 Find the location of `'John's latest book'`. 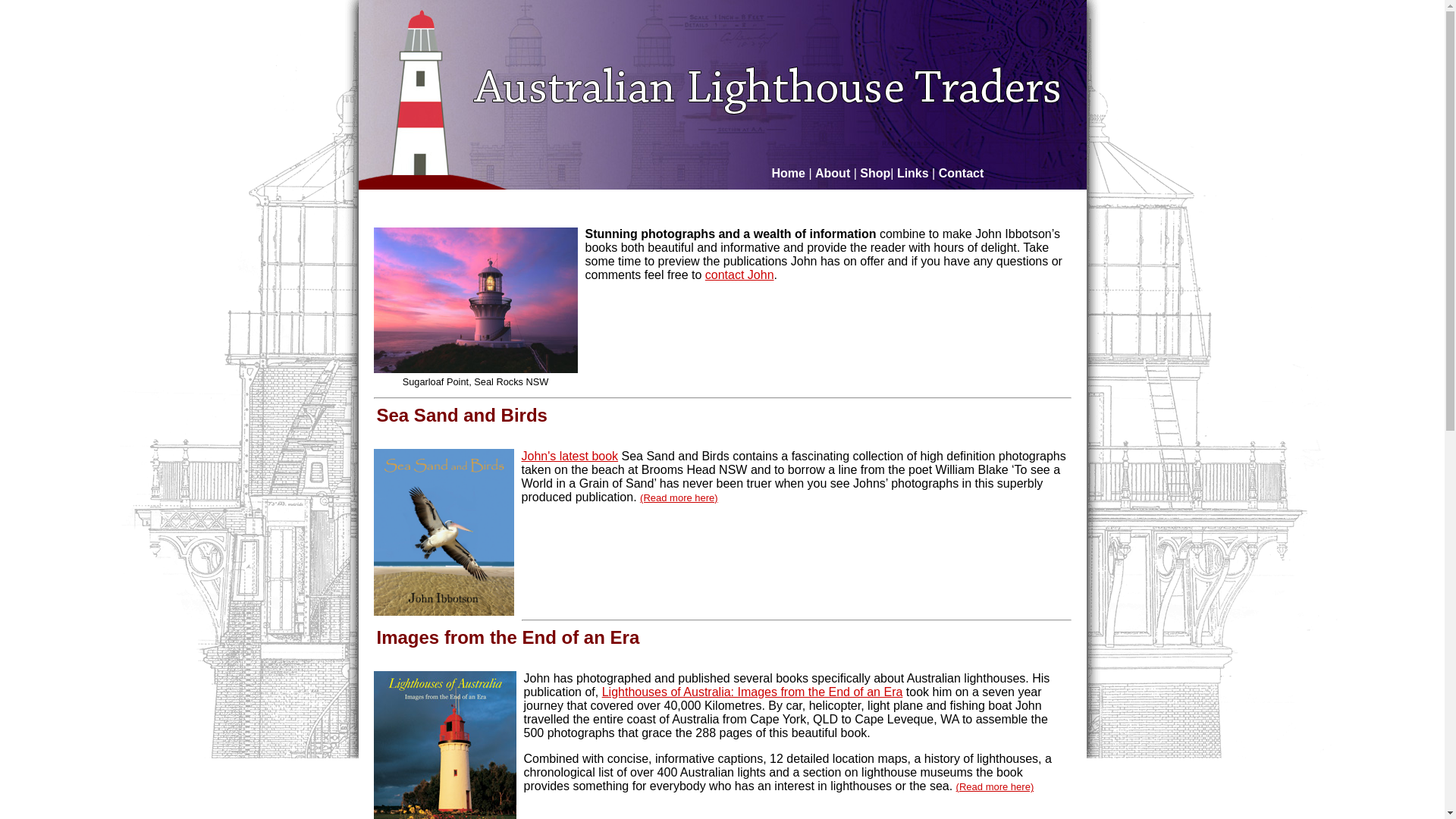

'John's latest book' is located at coordinates (570, 455).